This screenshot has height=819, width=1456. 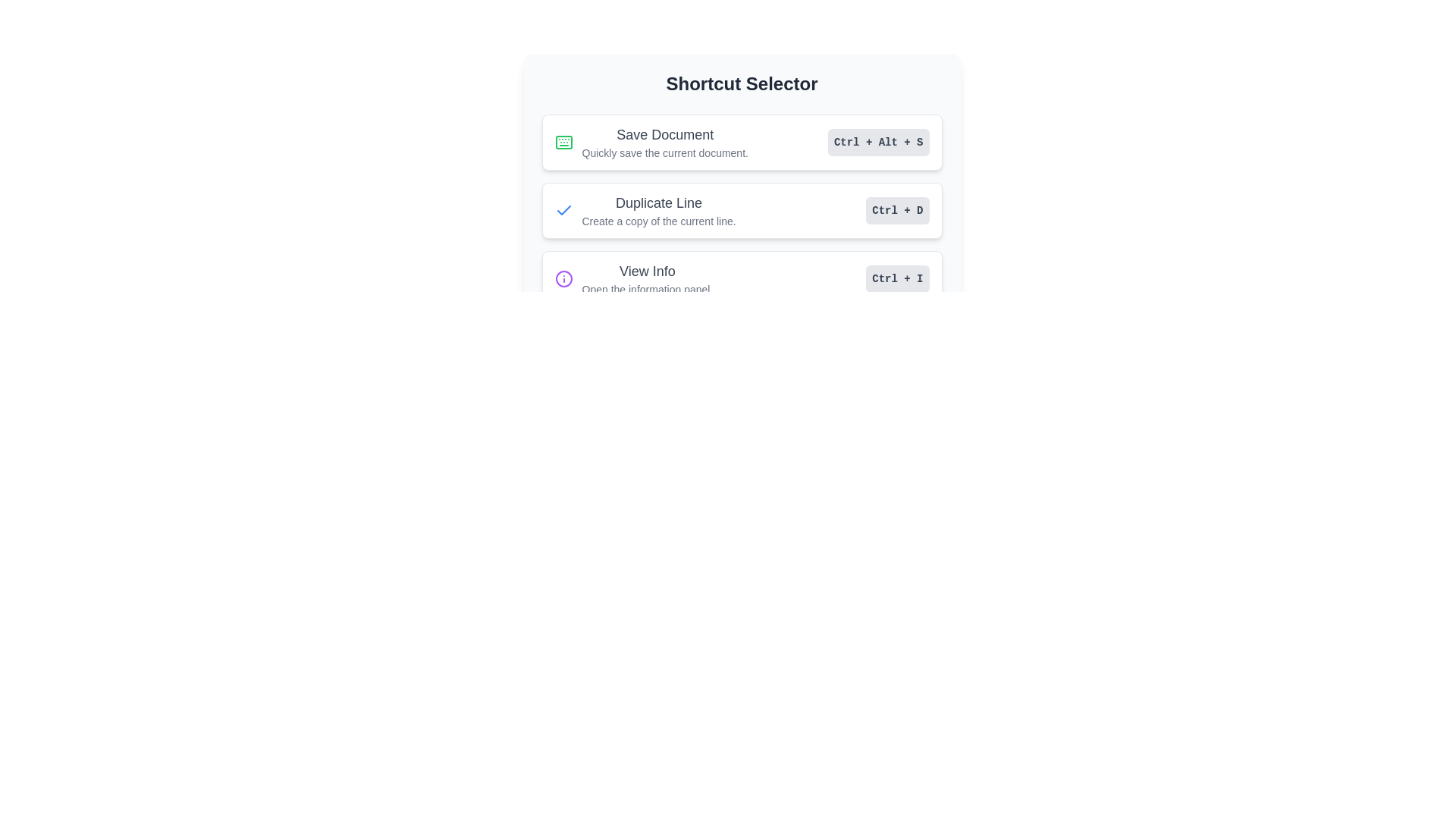 What do you see at coordinates (563, 278) in the screenshot?
I see `the purple circular icon with a white interior and 'i' symbol, located to the left of the text 'View Info' in the interface panel` at bounding box center [563, 278].